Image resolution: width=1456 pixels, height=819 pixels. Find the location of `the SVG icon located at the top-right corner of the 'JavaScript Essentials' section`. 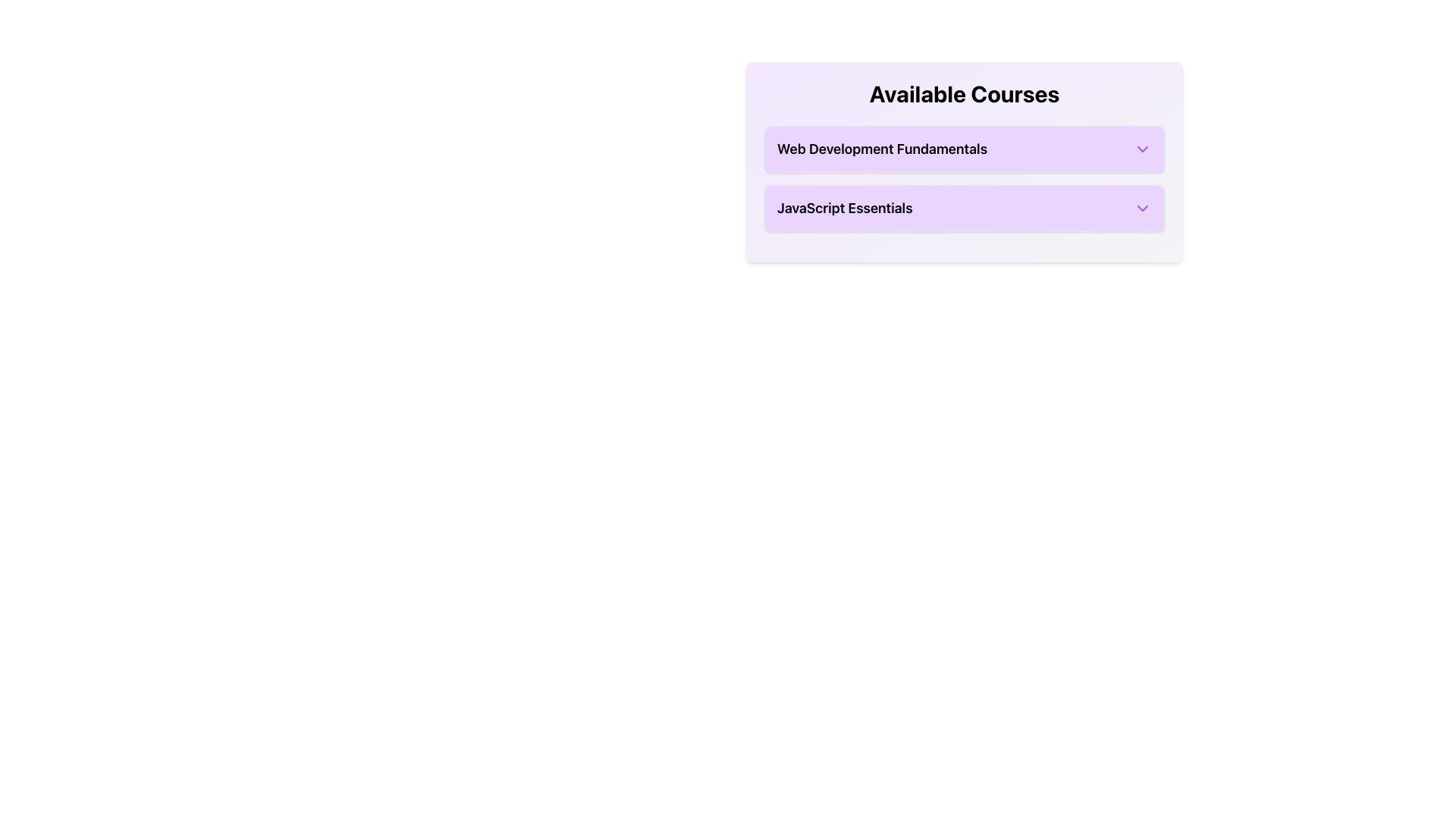

the SVG icon located at the top-right corner of the 'JavaScript Essentials' section is located at coordinates (1143, 208).